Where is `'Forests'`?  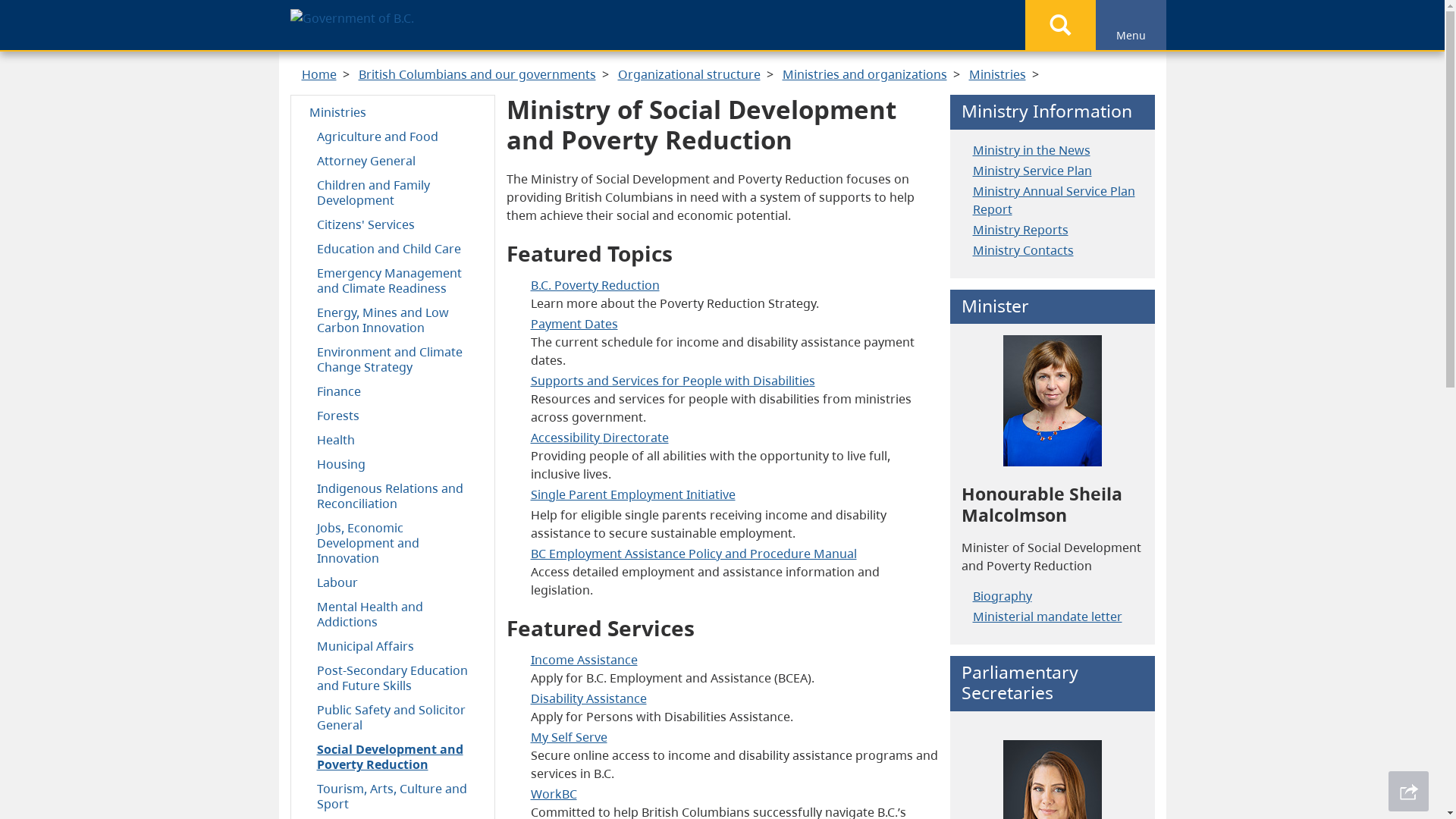 'Forests' is located at coordinates (393, 415).